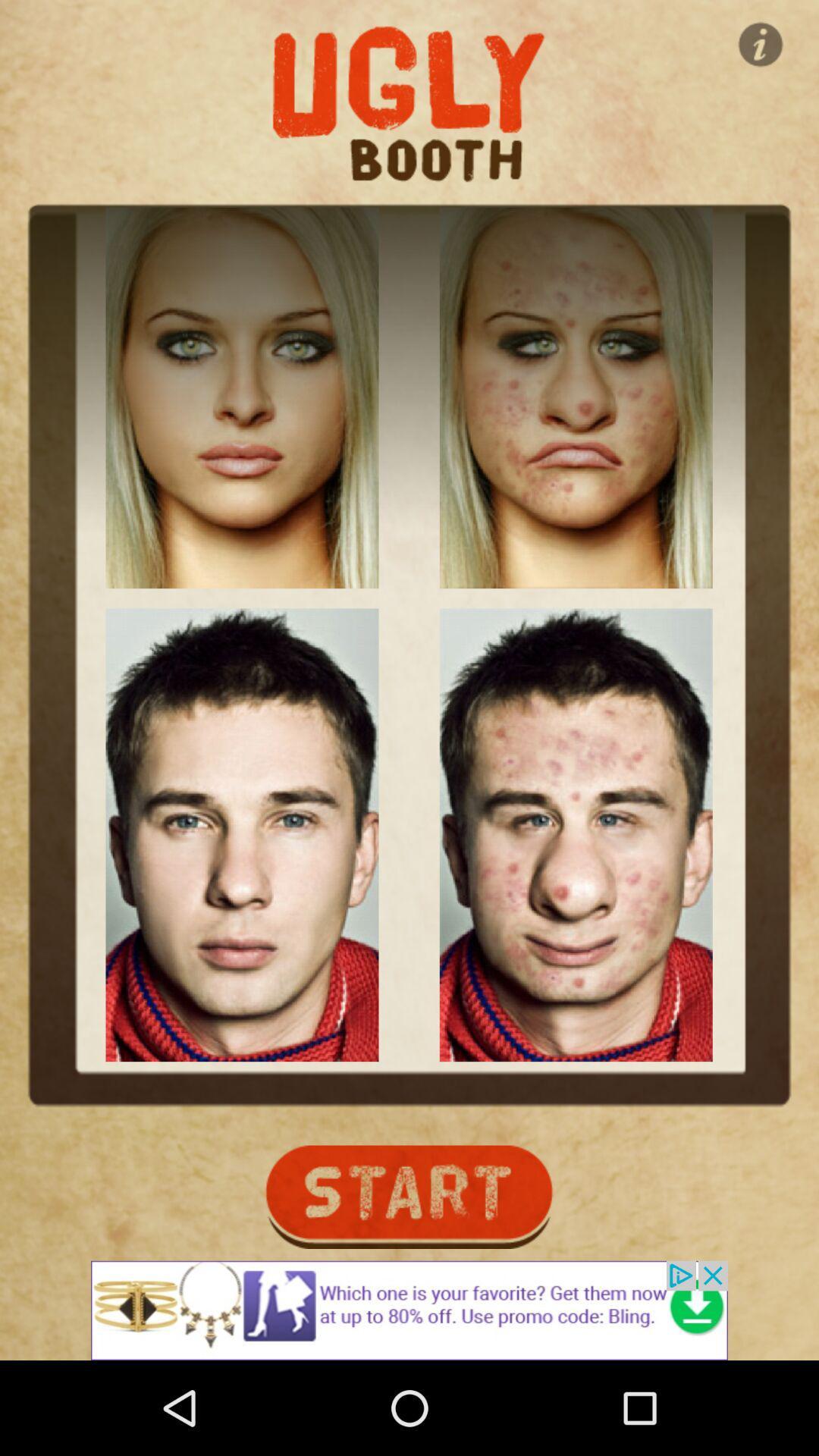  What do you see at coordinates (761, 44) in the screenshot?
I see `the info icon` at bounding box center [761, 44].